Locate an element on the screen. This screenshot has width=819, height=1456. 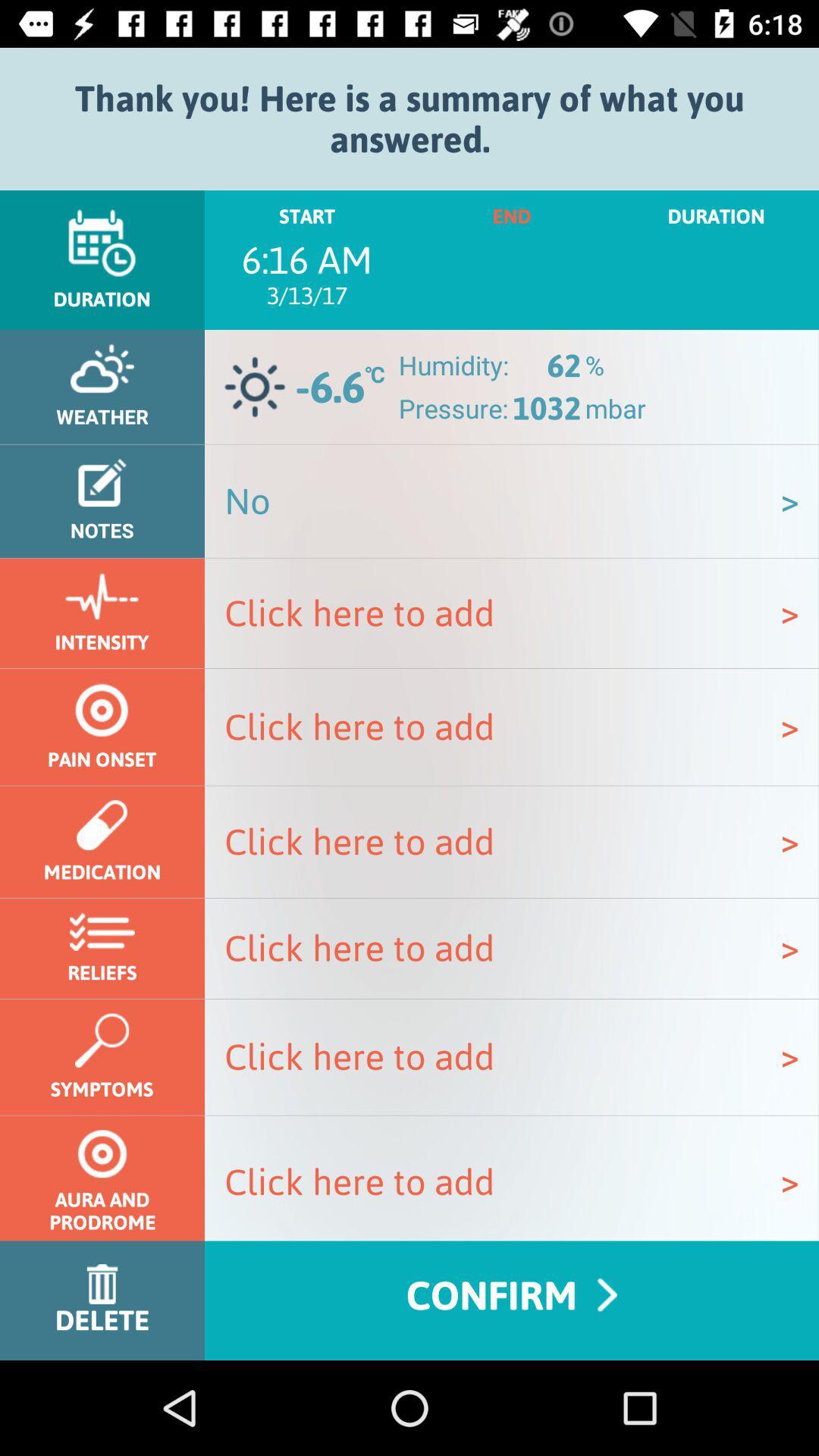
the option click here to add which is after symptoms option is located at coordinates (512, 1056).